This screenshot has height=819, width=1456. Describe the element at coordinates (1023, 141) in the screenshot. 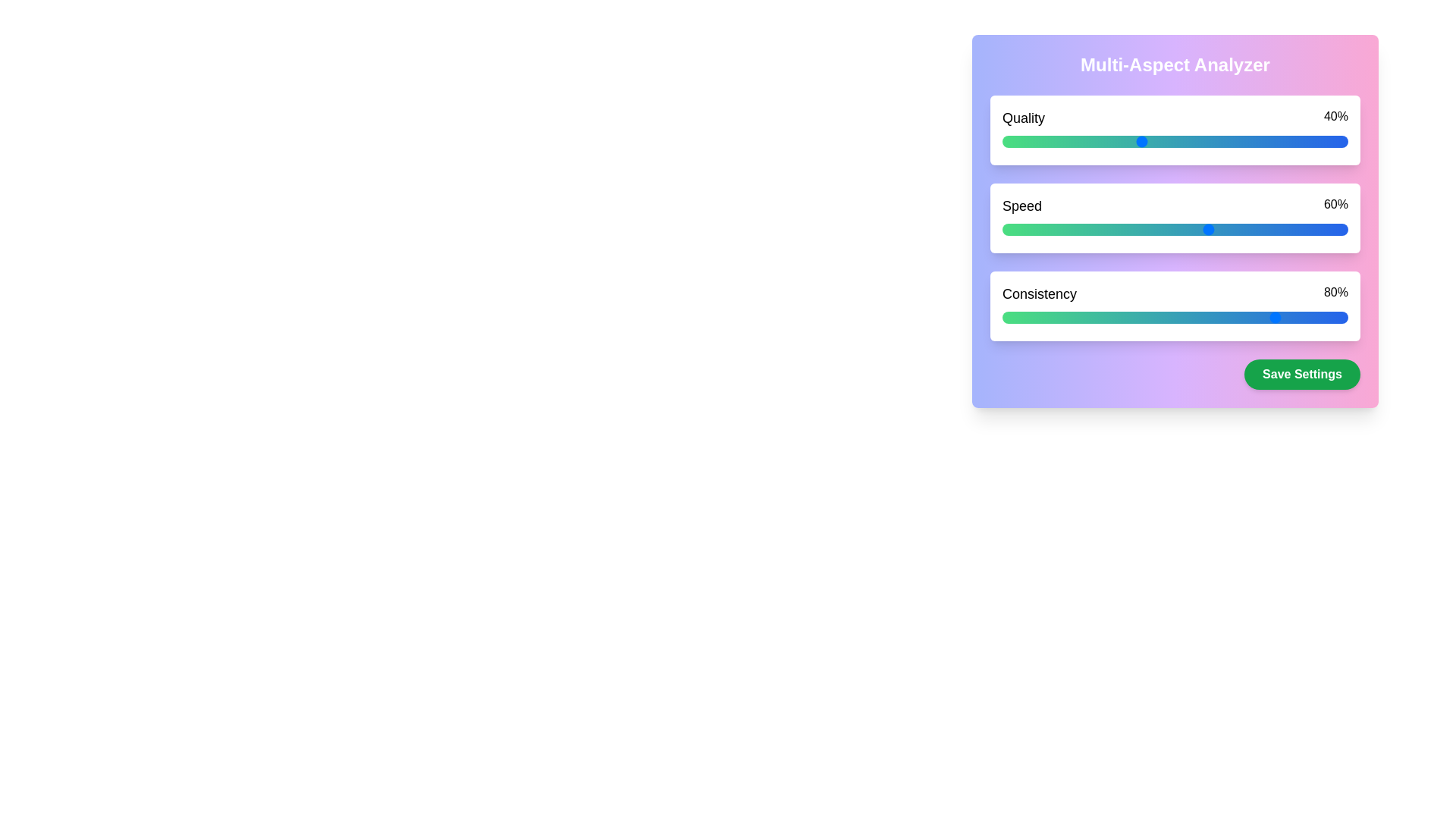

I see `quality` at that location.